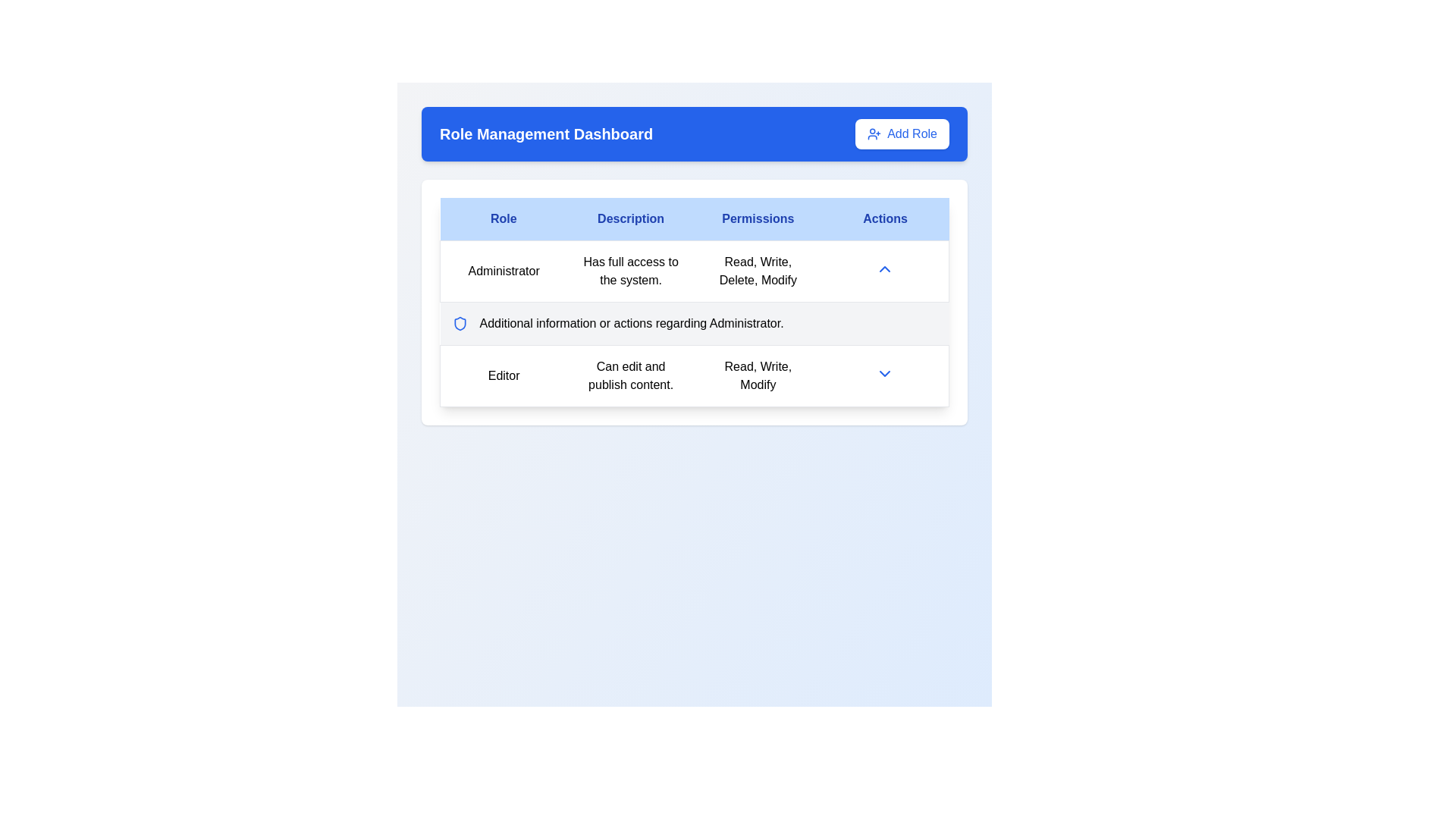 Image resolution: width=1456 pixels, height=819 pixels. Describe the element at coordinates (758, 375) in the screenshot. I see `the static text element displaying 'Read, Write, Modify' located in the 'Permissions' column of the 'Editor' row in the table` at that location.